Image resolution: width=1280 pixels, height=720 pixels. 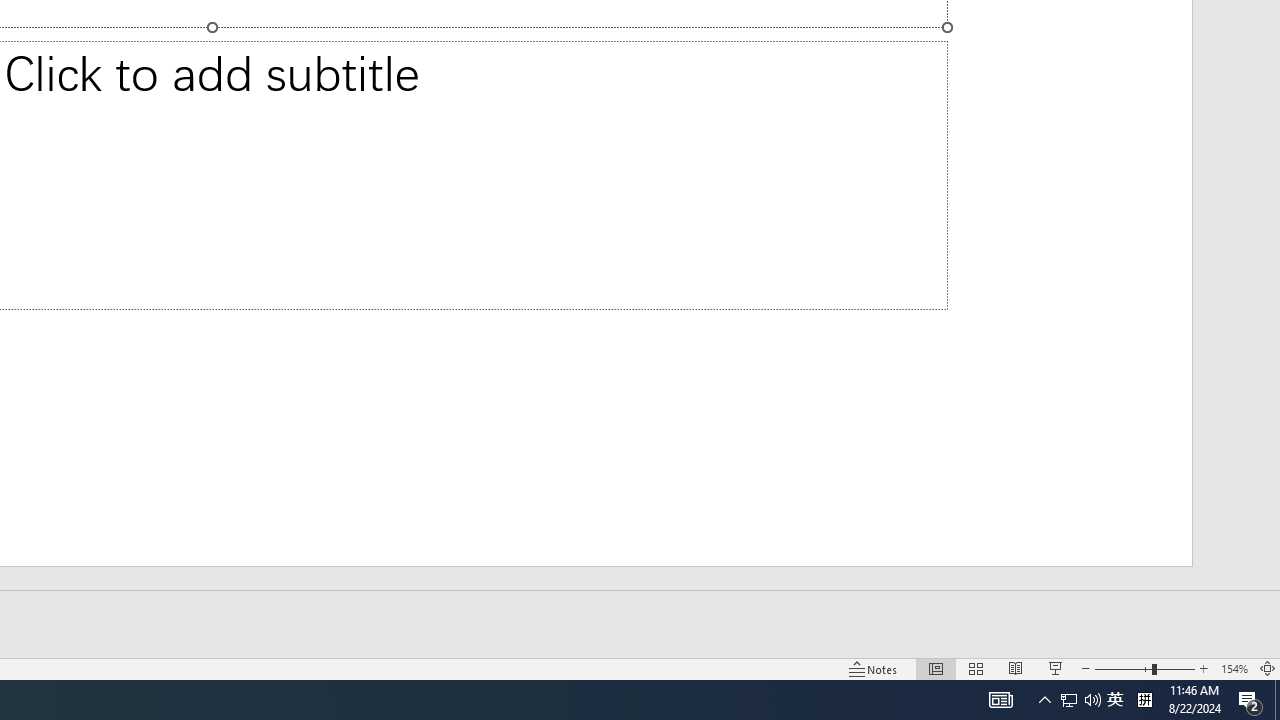 I want to click on 'Slide Show', so click(x=1055, y=669).